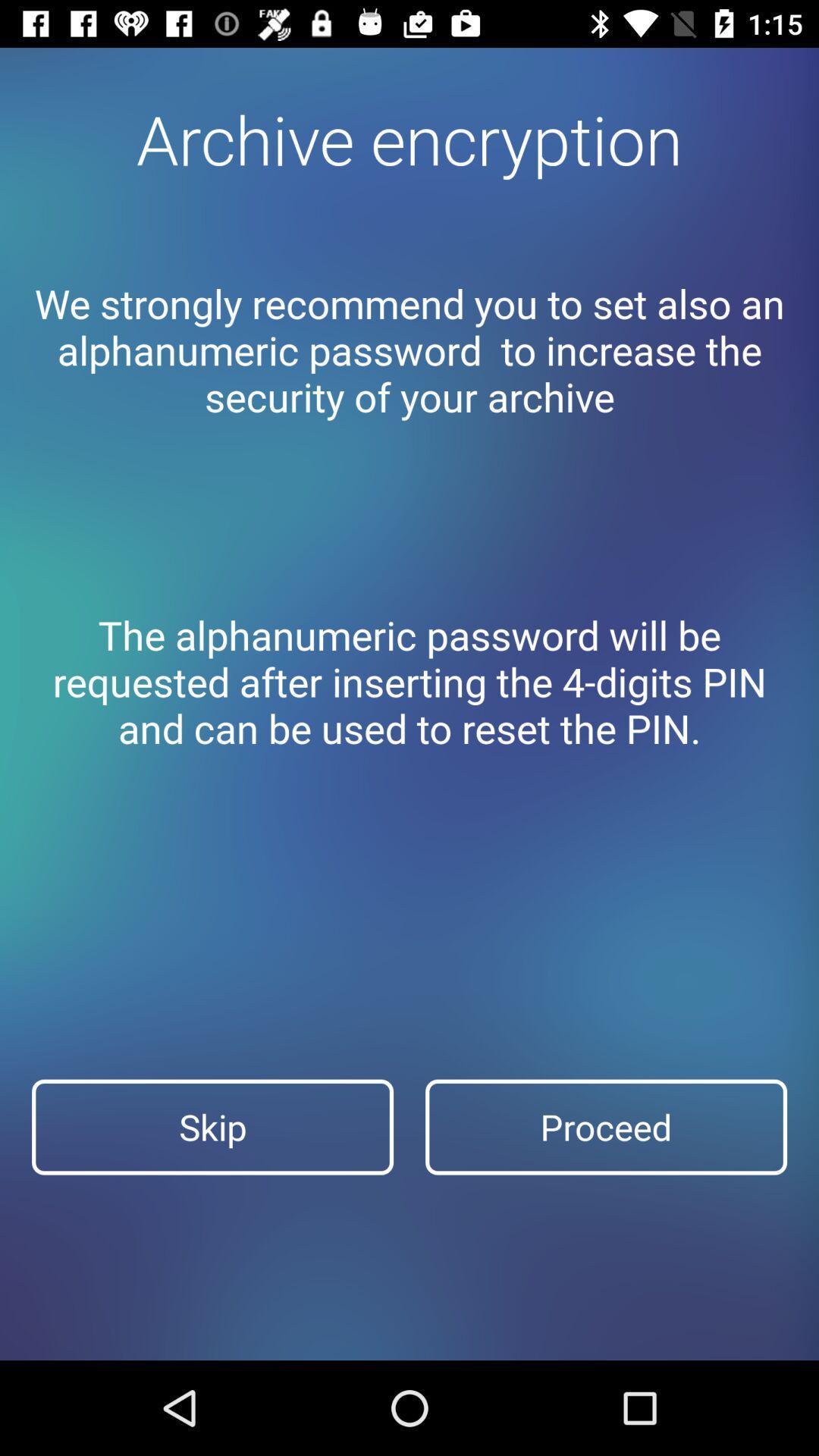 This screenshot has width=819, height=1456. What do you see at coordinates (605, 1127) in the screenshot?
I see `the item next to the skip item` at bounding box center [605, 1127].